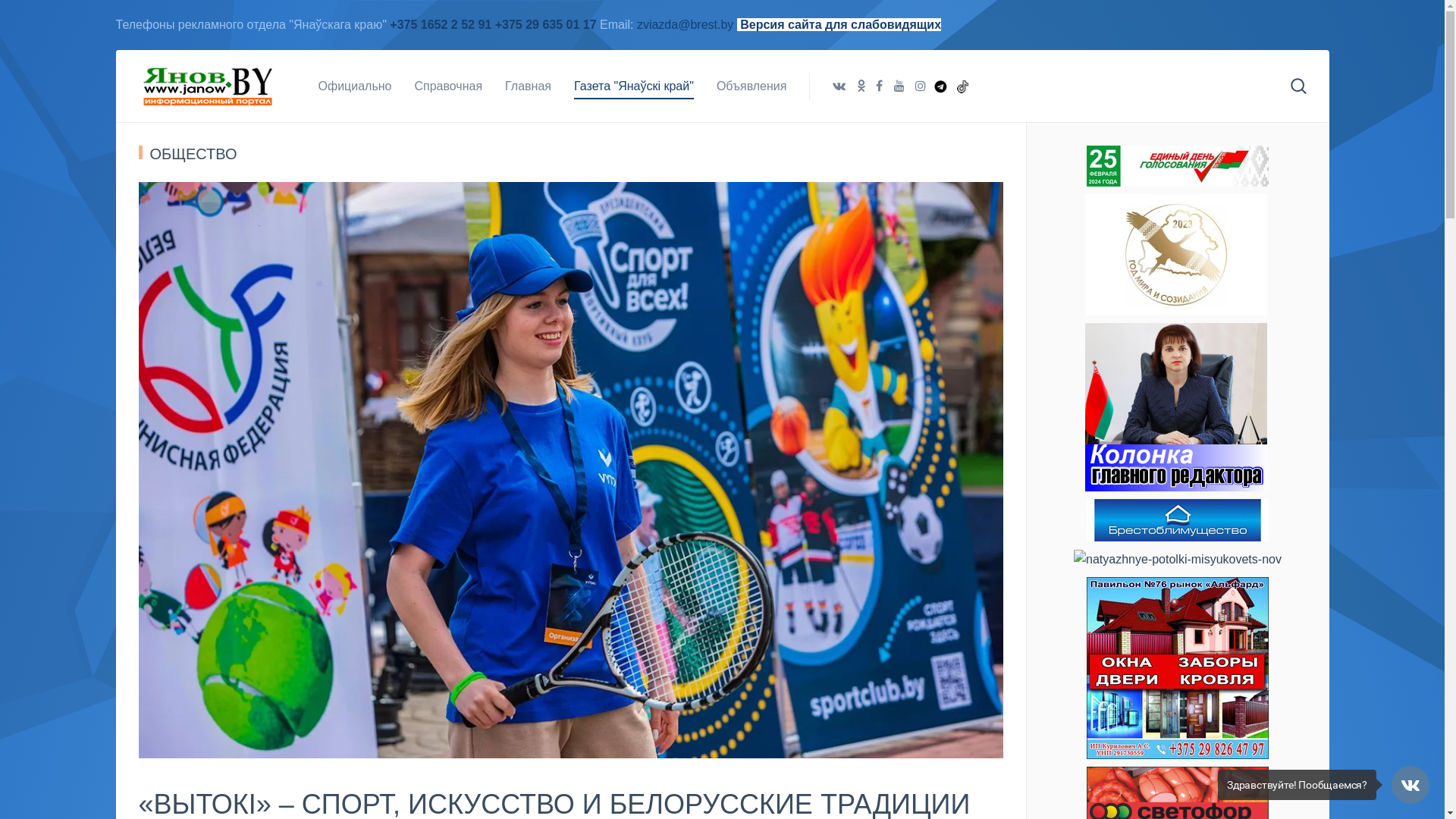 The height and width of the screenshot is (819, 1456). What do you see at coordinates (686, 24) in the screenshot?
I see `'zviazda@brest.by'` at bounding box center [686, 24].